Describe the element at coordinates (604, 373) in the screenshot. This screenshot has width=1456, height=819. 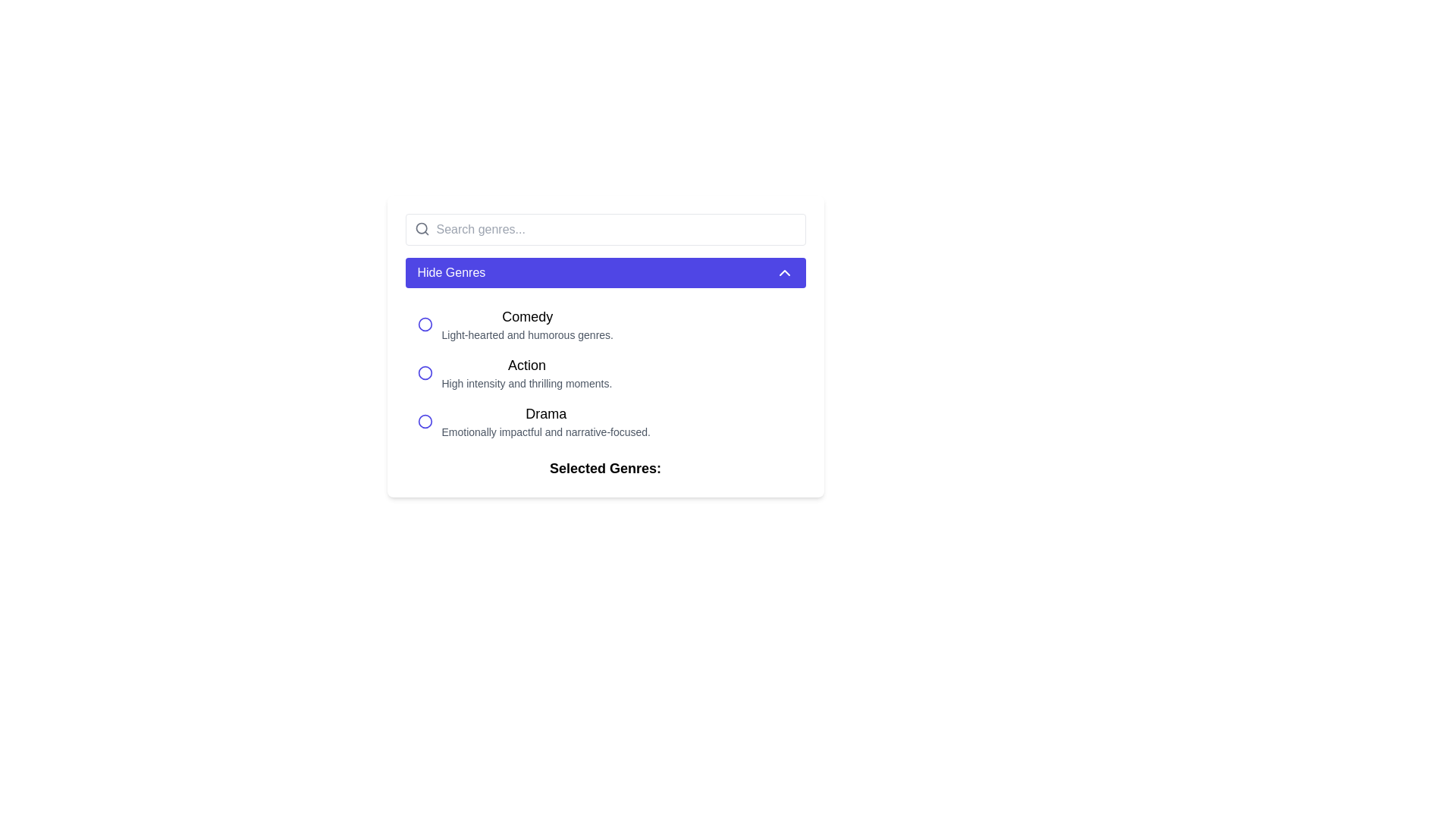
I see `the 'Action' option in the list of selectable items with radio buttons for additional details` at that location.